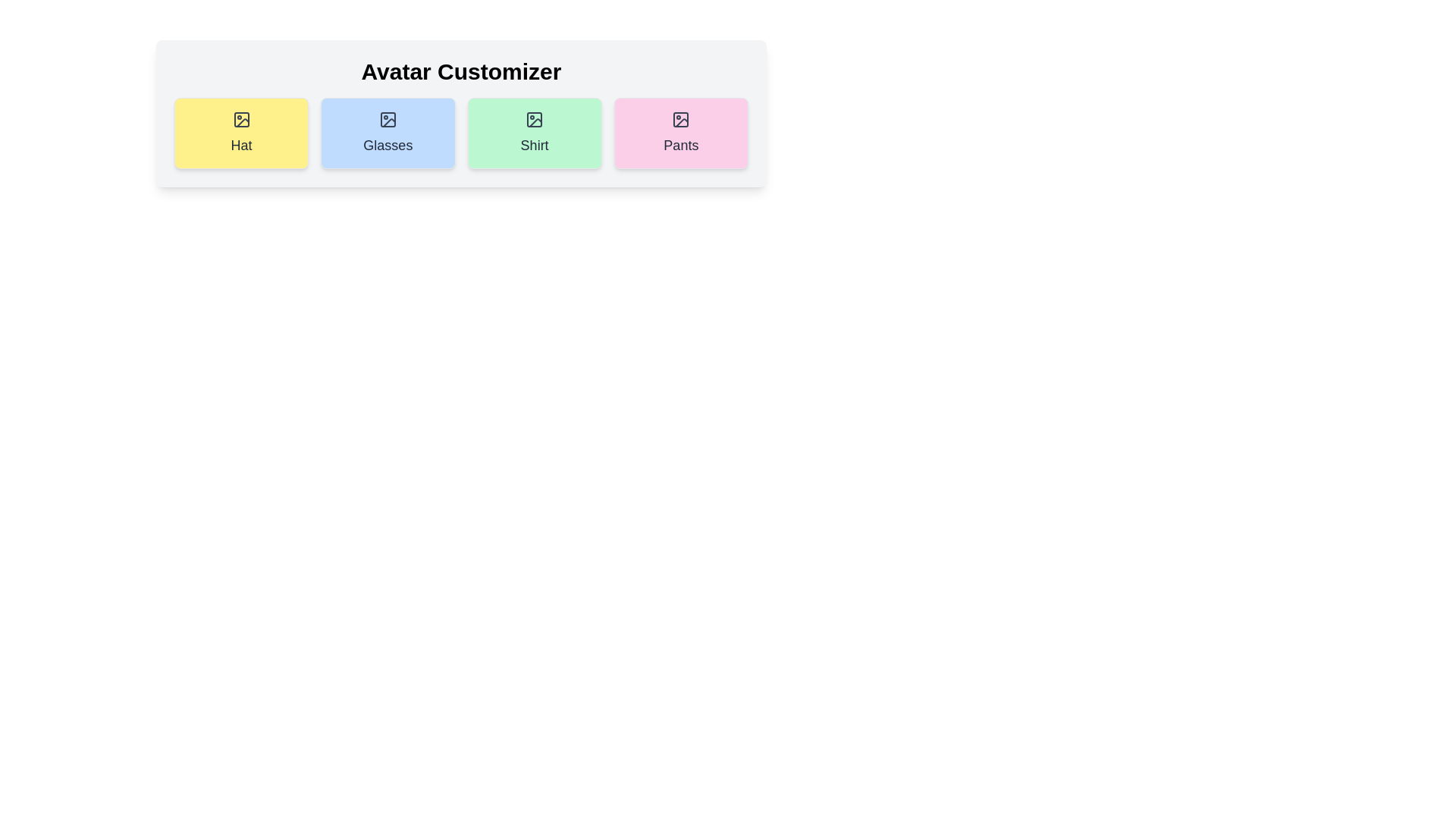  I want to click on the icon element resembling an image representation located at the center of the top icon within the 'Glasses' card, so click(388, 119).